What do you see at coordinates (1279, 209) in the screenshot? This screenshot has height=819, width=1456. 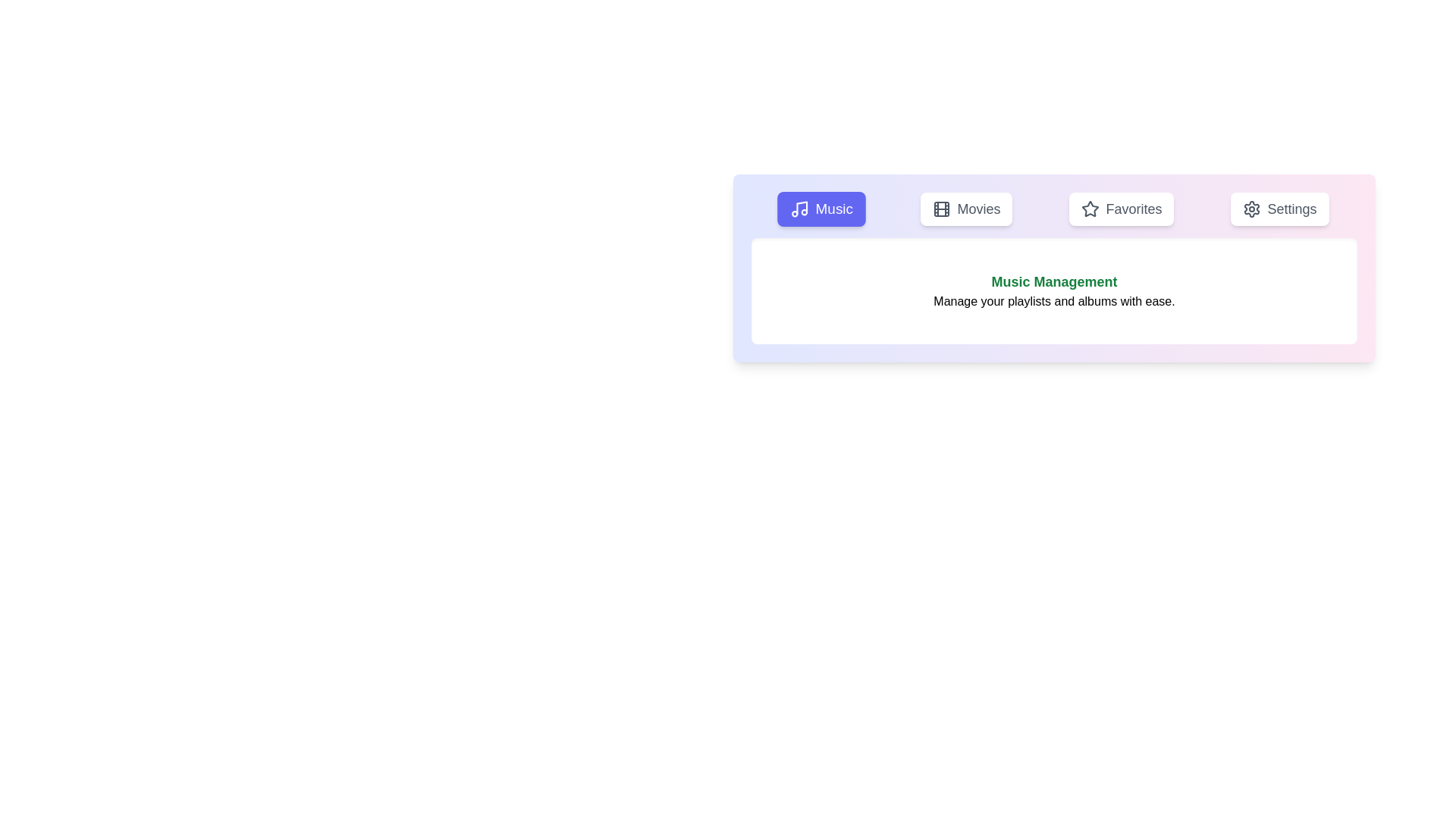 I see `the Settings tab by clicking on its respective button` at bounding box center [1279, 209].